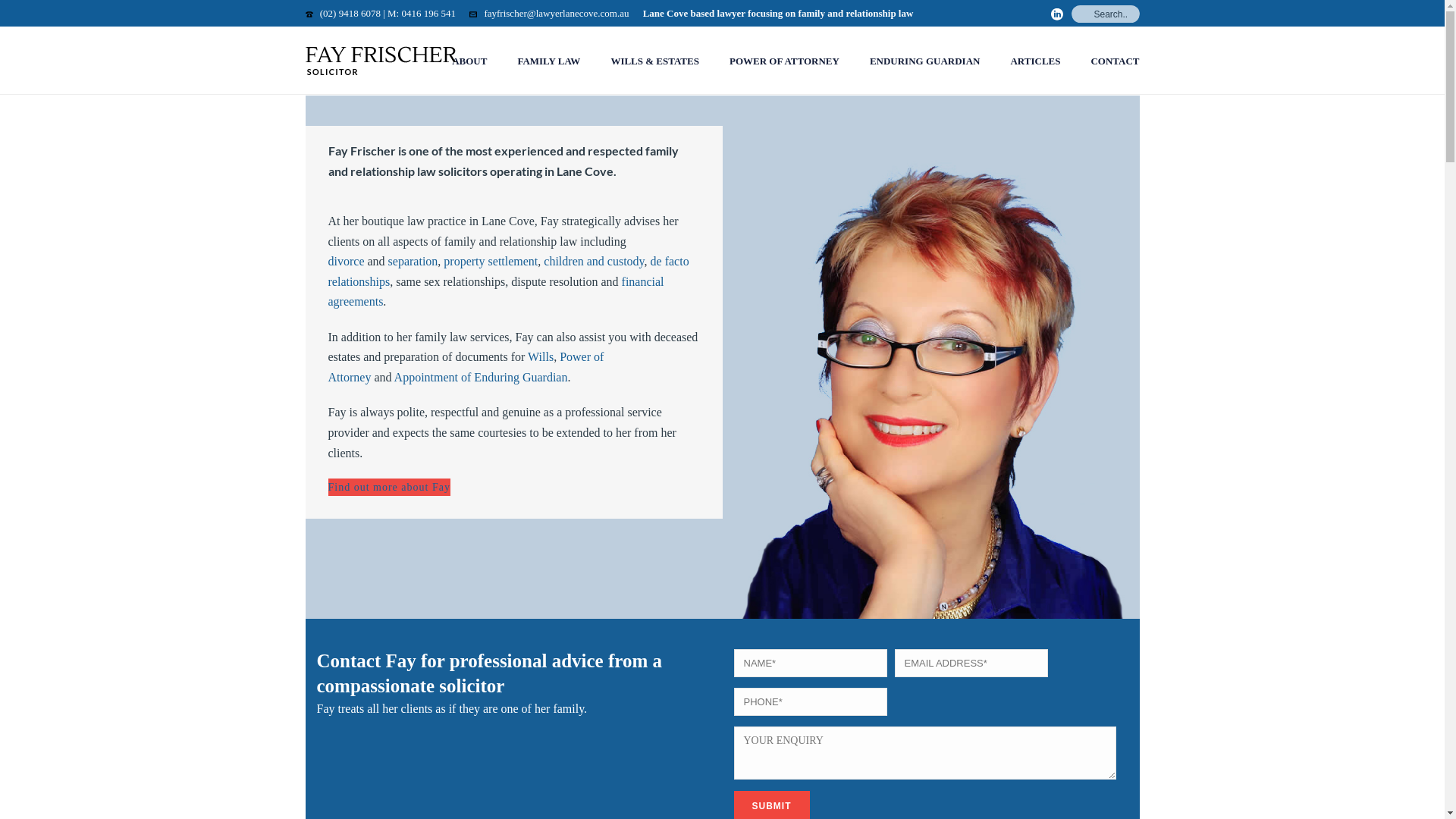 This screenshot has width=1456, height=819. What do you see at coordinates (381, 60) in the screenshot?
I see `'Sydney based lawyer focusing on family and relationship law'` at bounding box center [381, 60].